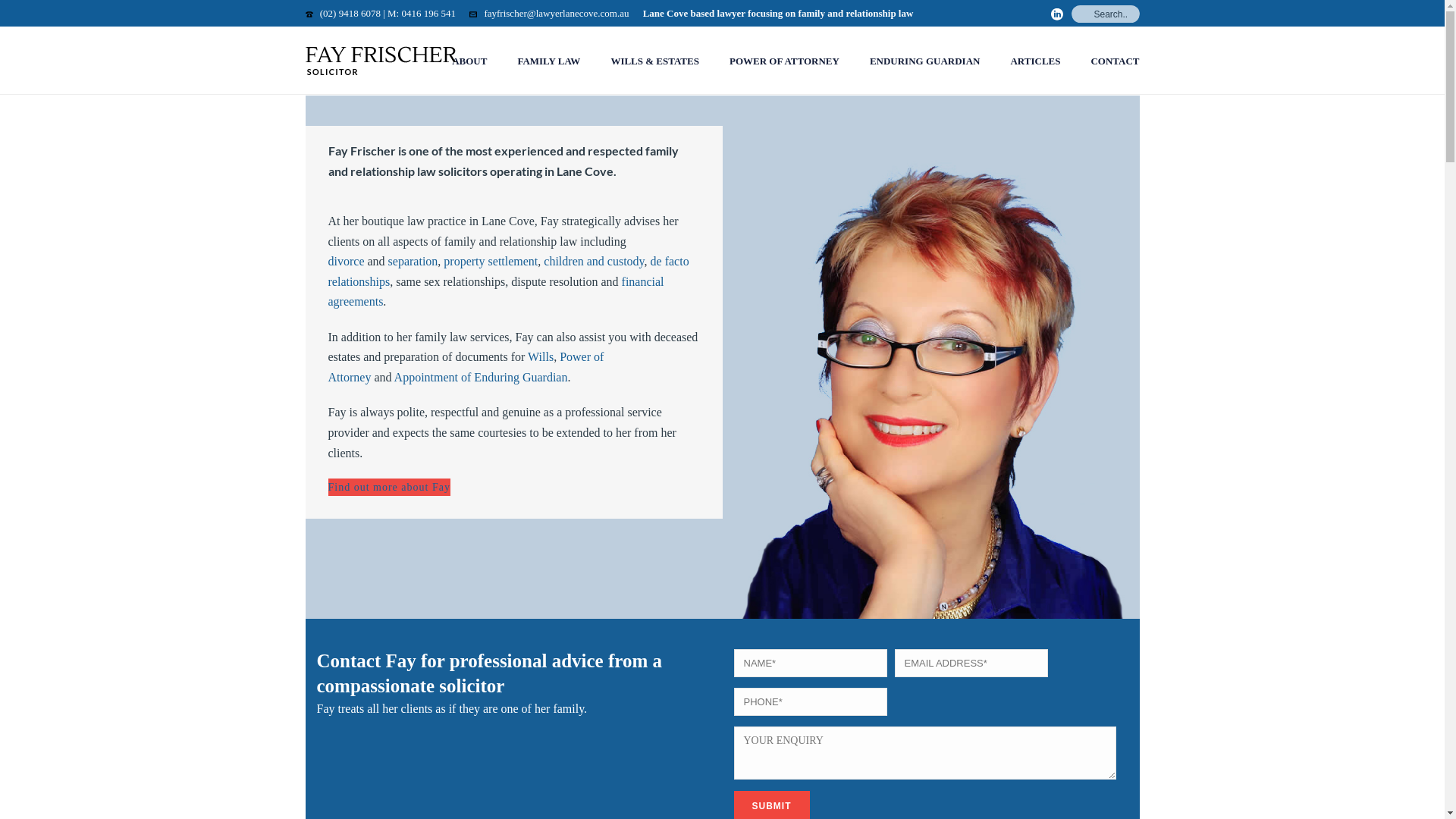 This screenshot has width=1456, height=819. What do you see at coordinates (381, 60) in the screenshot?
I see `'Sydney based lawyer focusing on family and relationship law'` at bounding box center [381, 60].